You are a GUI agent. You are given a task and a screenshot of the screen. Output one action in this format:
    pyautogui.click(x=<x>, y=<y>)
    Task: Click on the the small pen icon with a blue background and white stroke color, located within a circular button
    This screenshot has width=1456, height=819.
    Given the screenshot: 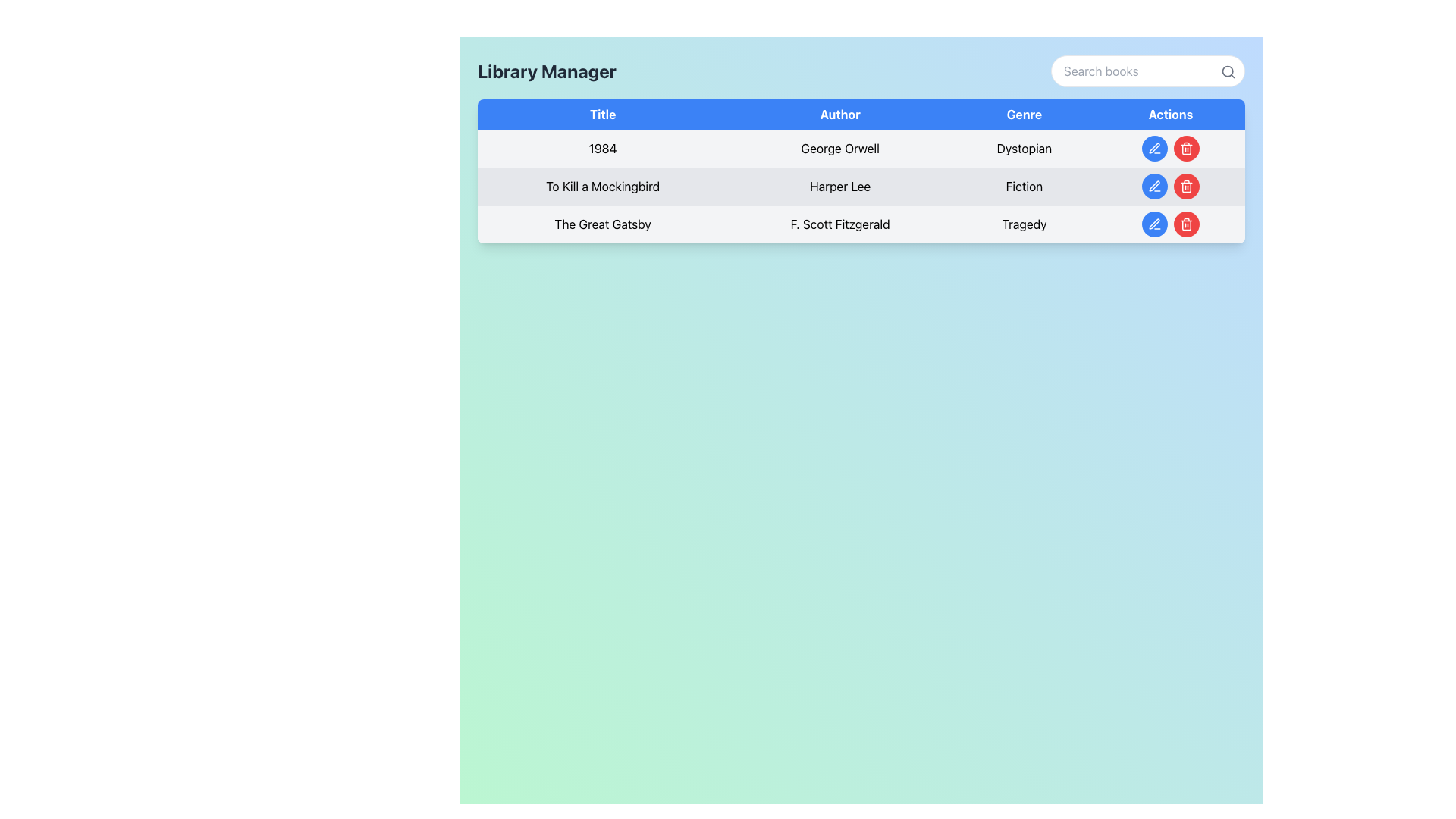 What is the action you would take?
    pyautogui.click(x=1153, y=224)
    